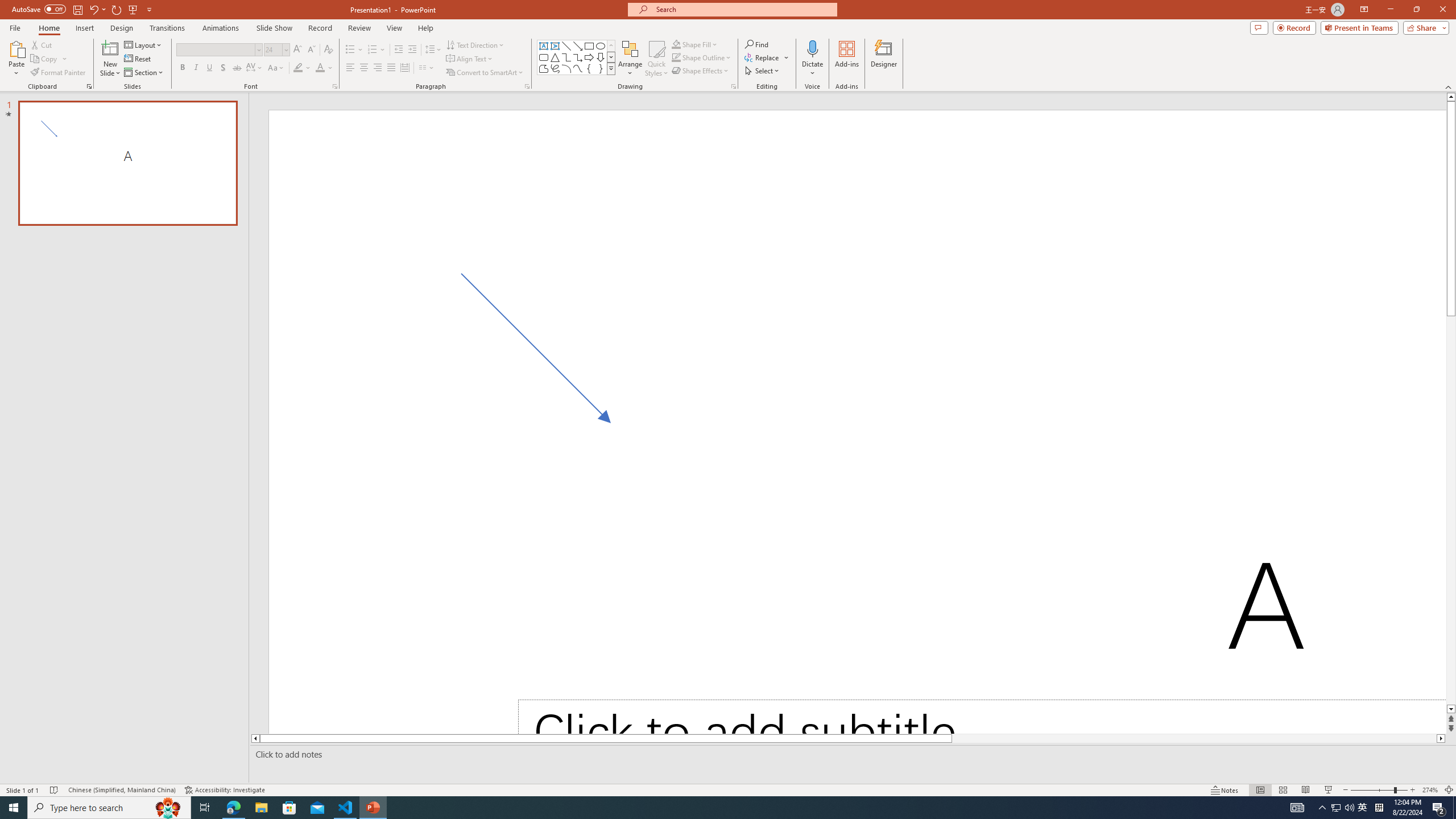 The width and height of the screenshot is (1456, 819). Describe the element at coordinates (127, 163) in the screenshot. I see `'Slide A'` at that location.